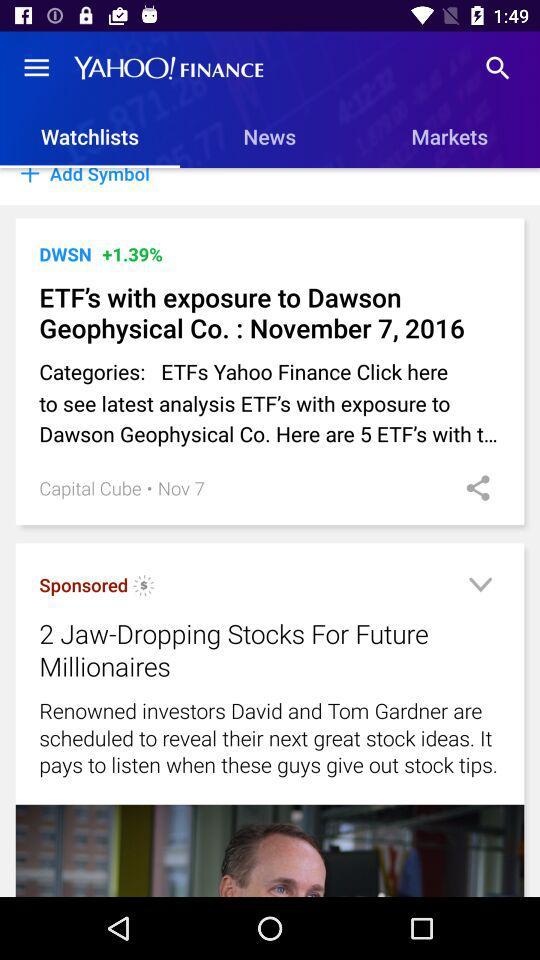 The image size is (540, 960). Describe the element at coordinates (245, 649) in the screenshot. I see `the 2 jaw dropping item` at that location.